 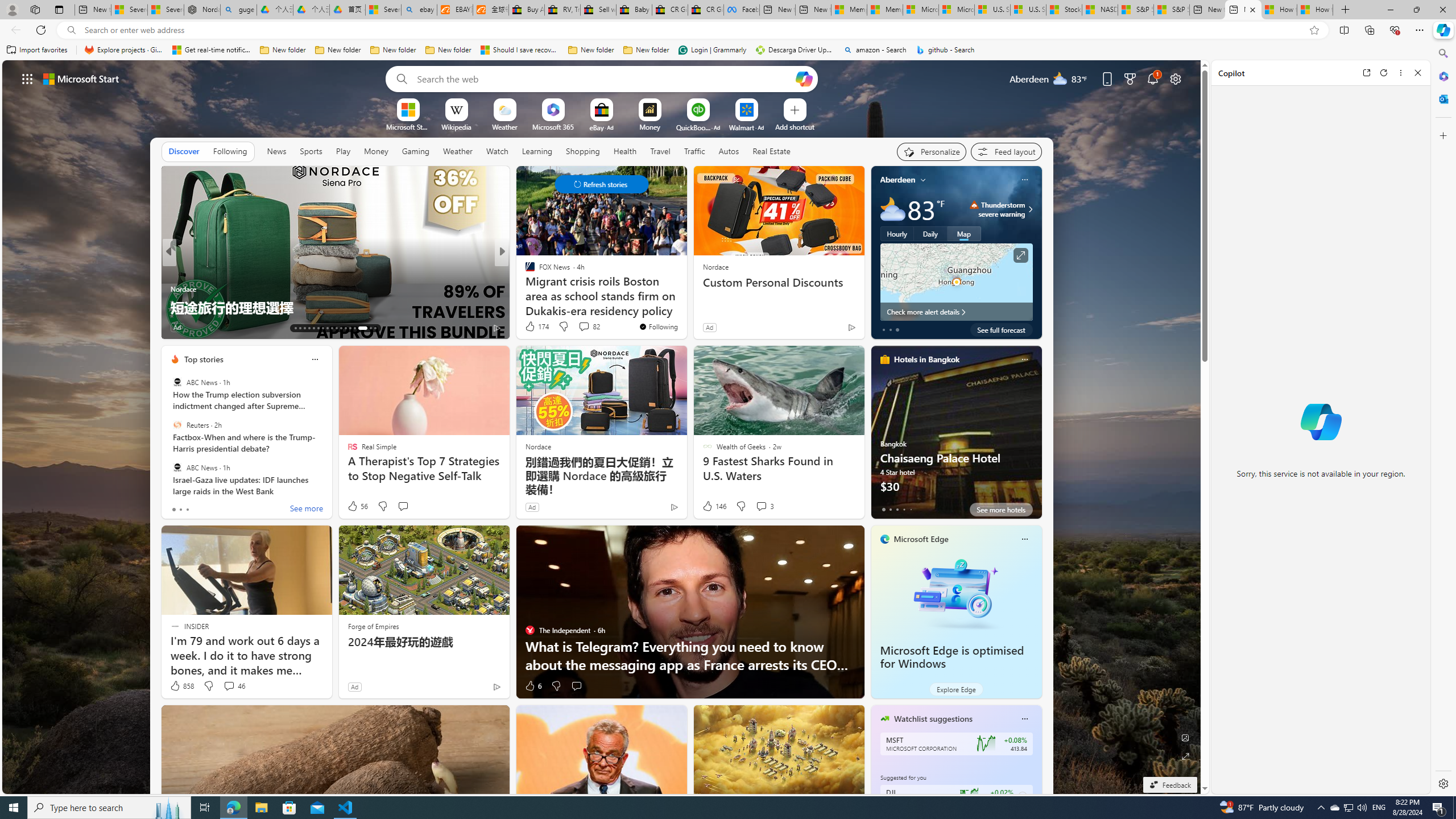 I want to click on 'AutomationID: waffle', so click(x=27, y=78).